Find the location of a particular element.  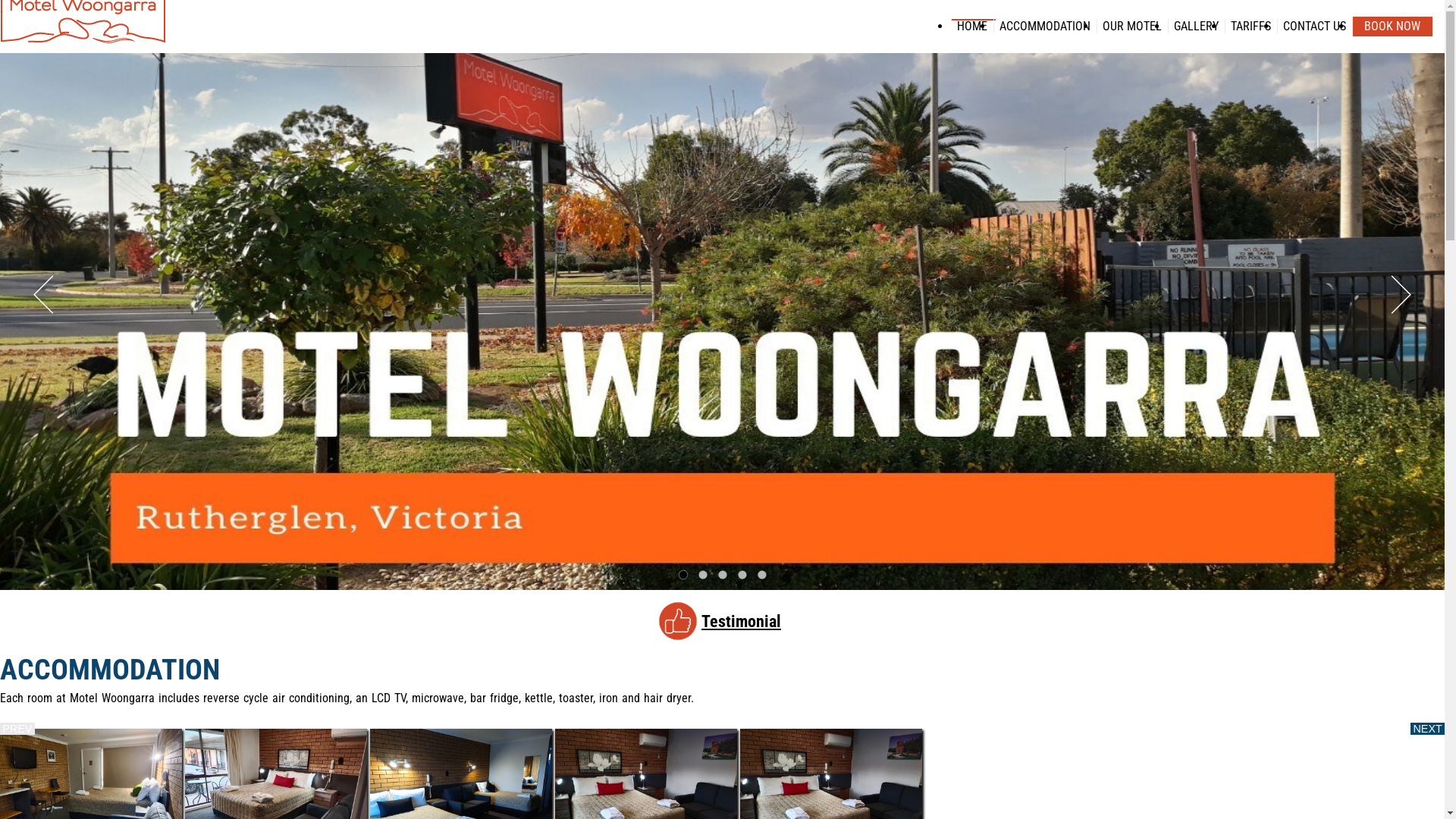

'BOOK NOW' is located at coordinates (1357, 26).